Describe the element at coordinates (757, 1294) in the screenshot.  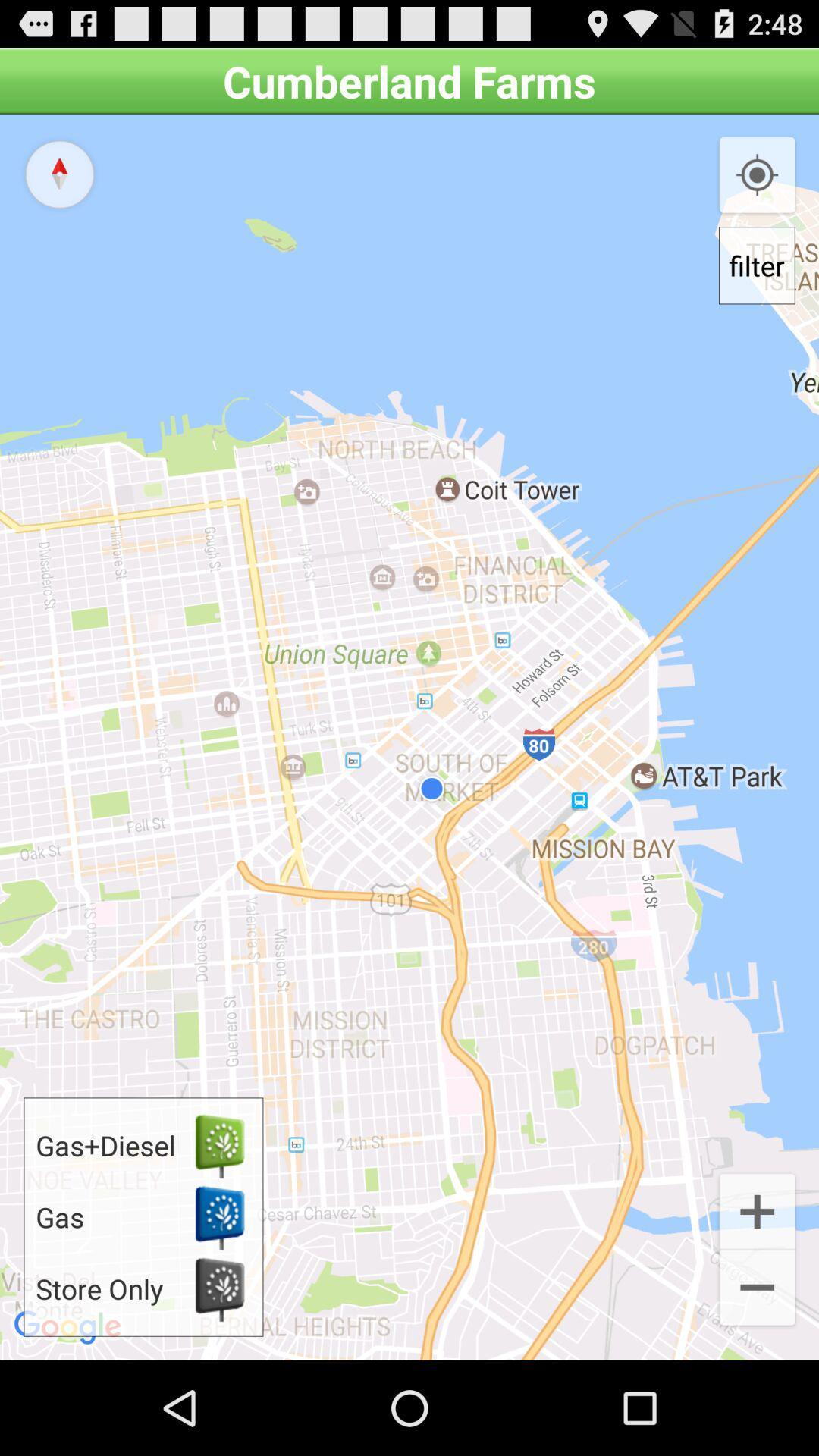
I see `the add icon` at that location.